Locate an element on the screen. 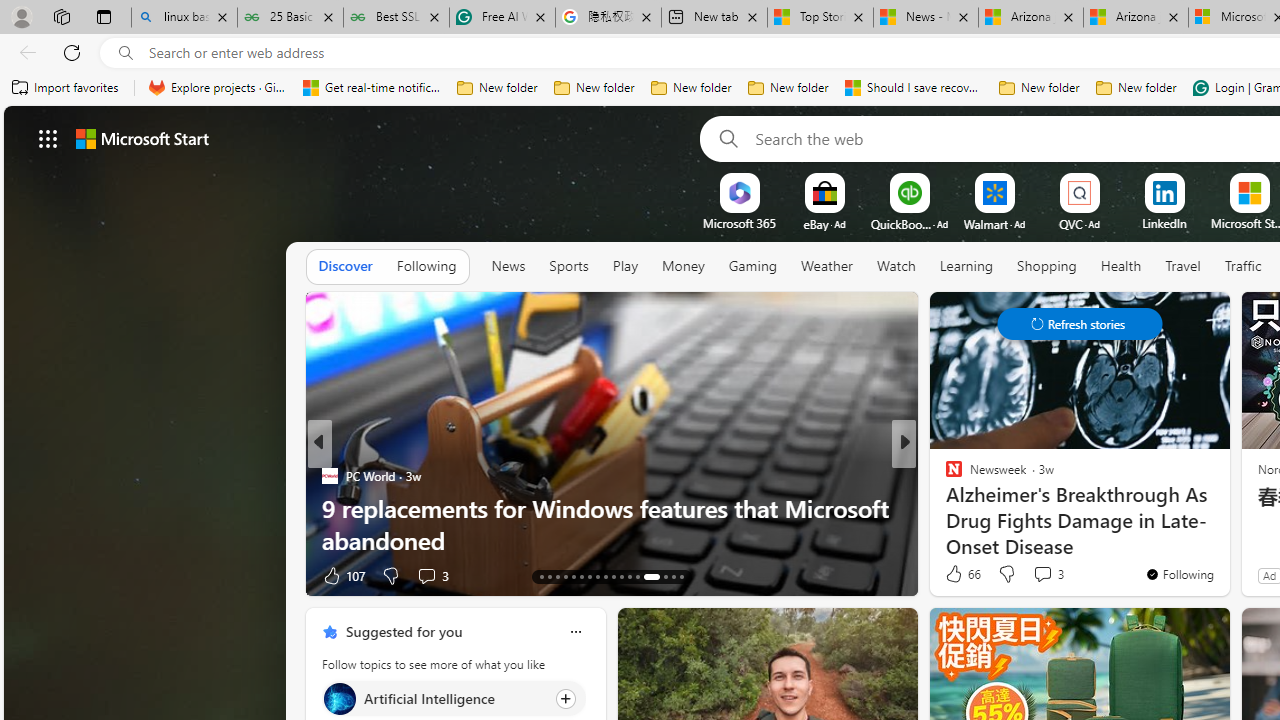  'Money' is located at coordinates (682, 266).